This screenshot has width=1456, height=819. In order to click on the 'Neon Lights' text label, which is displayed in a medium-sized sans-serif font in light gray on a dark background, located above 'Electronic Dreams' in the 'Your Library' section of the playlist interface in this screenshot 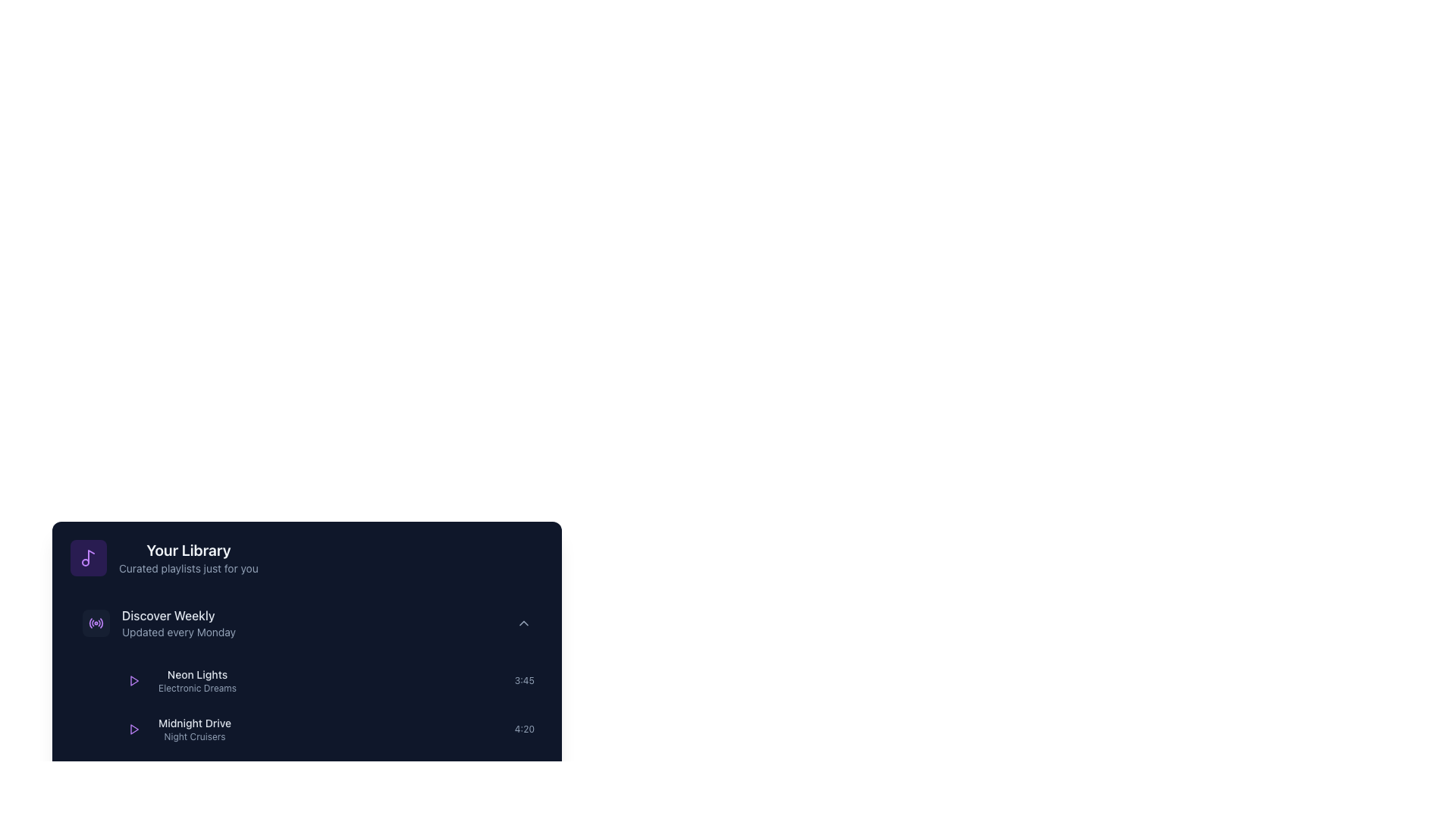, I will do `click(196, 674)`.